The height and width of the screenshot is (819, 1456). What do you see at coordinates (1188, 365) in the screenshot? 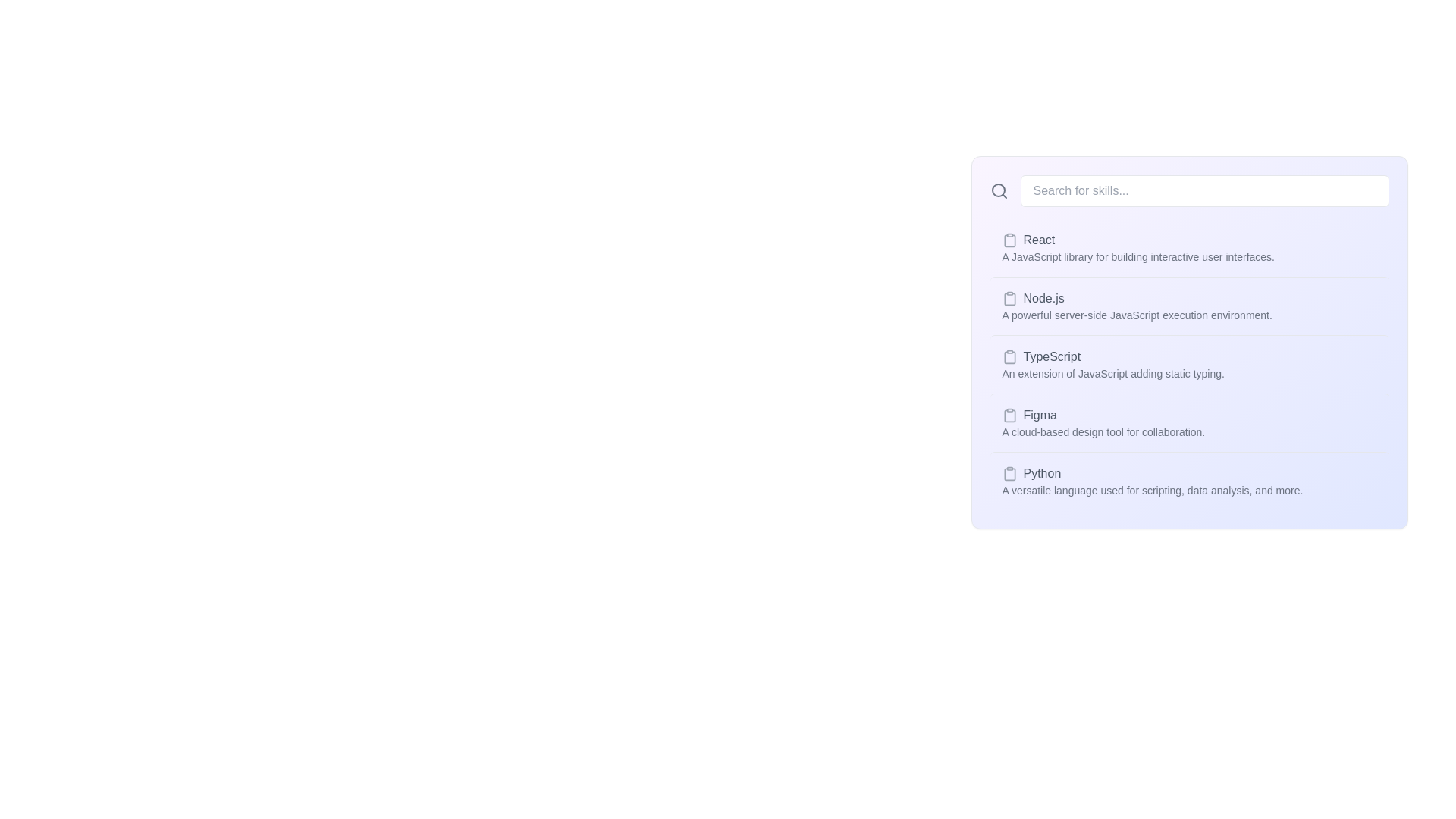
I see `the third item in the vertically stacked list that provides information about the TypeScript language` at bounding box center [1188, 365].